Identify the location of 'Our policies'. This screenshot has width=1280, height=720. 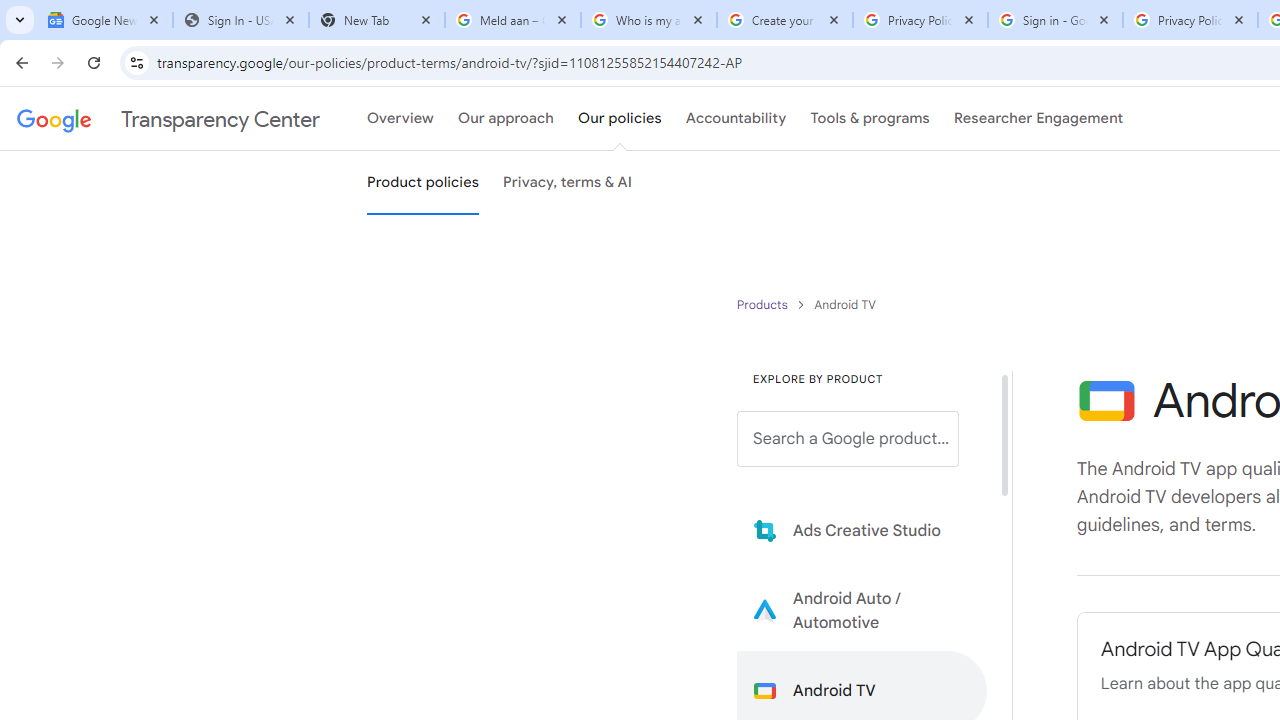
(619, 119).